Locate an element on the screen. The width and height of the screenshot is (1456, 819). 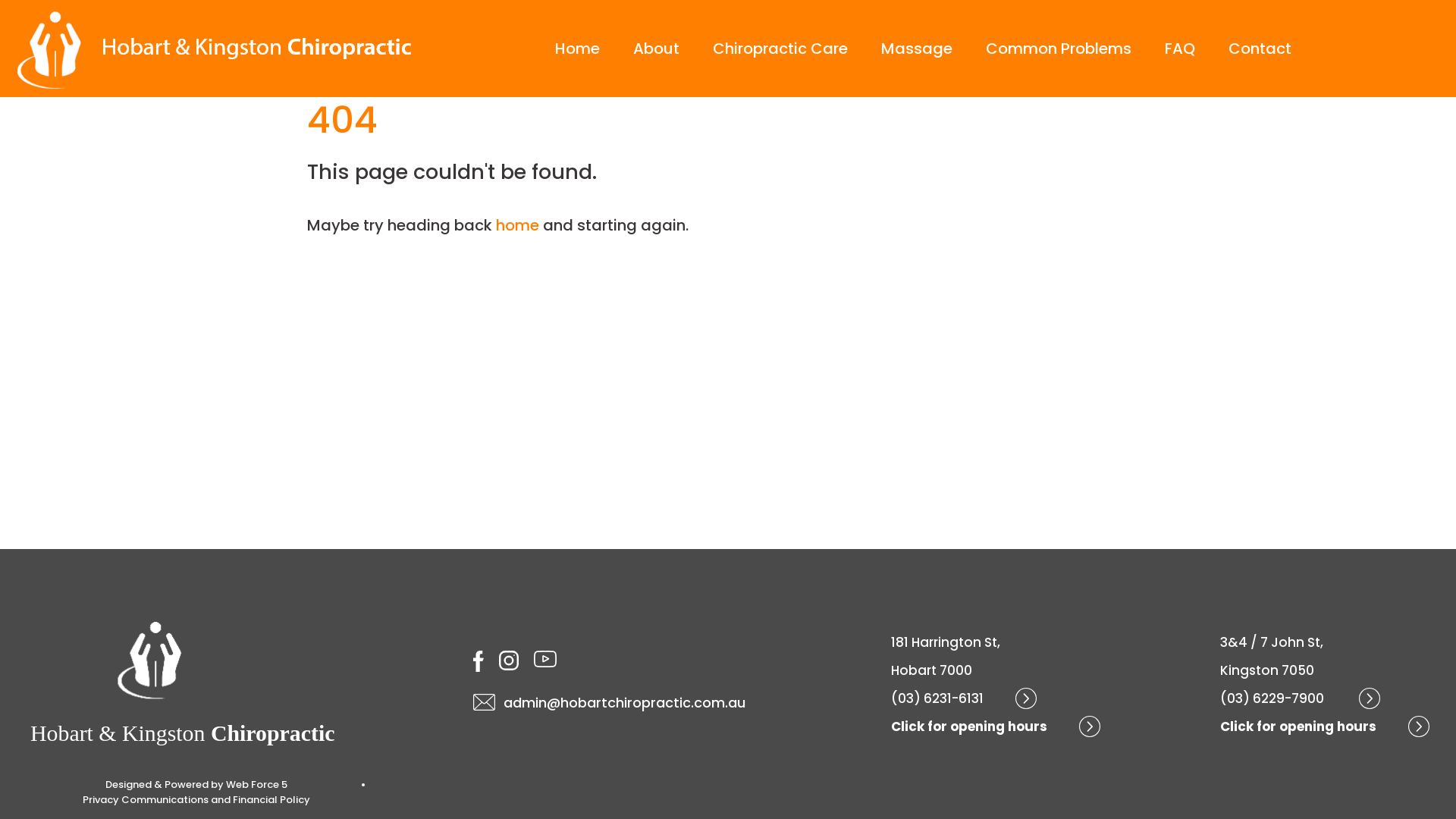
'Common Problems' is located at coordinates (1058, 48).